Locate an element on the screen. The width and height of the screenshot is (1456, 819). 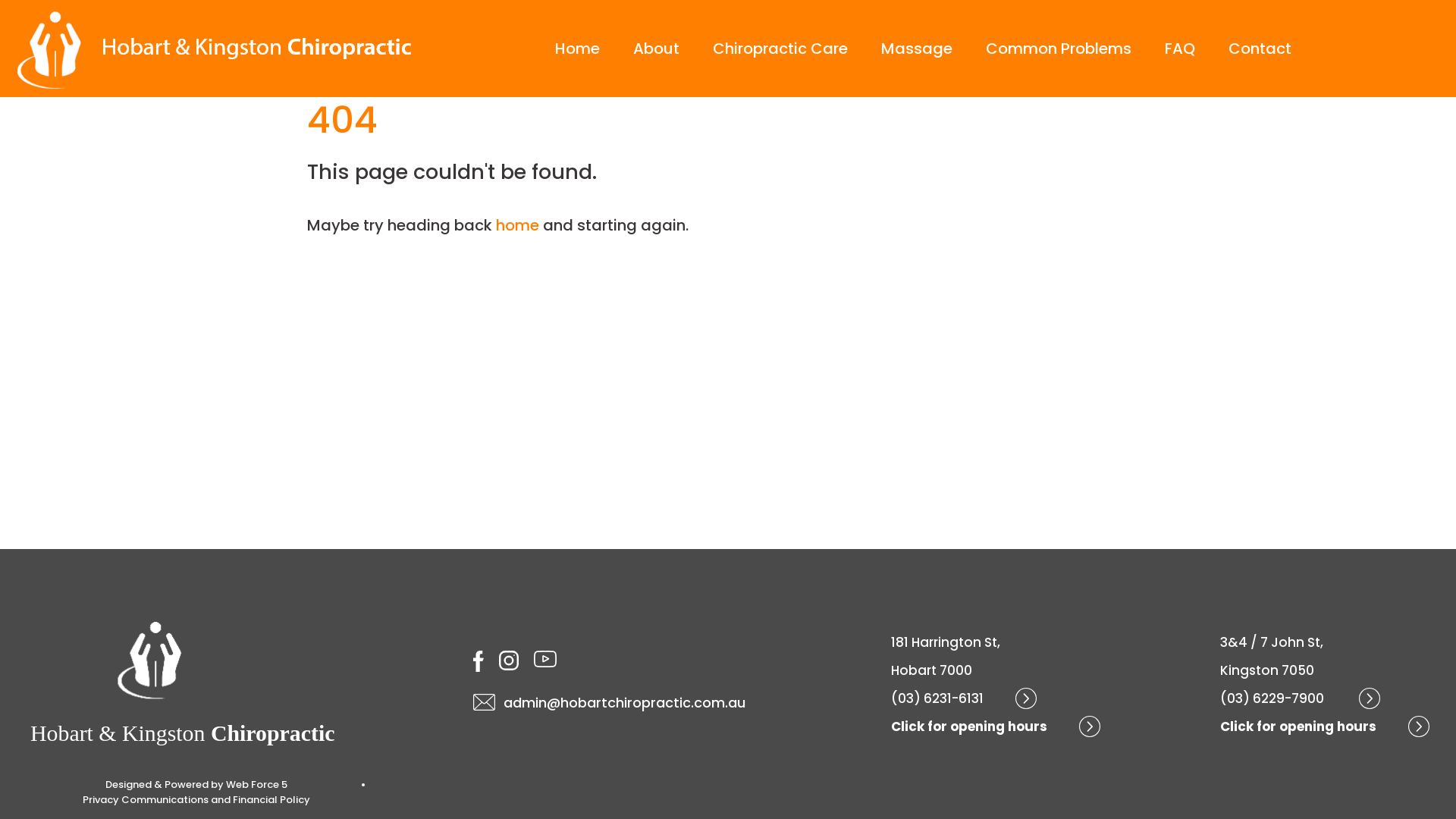
'Common Problems' is located at coordinates (1058, 48).